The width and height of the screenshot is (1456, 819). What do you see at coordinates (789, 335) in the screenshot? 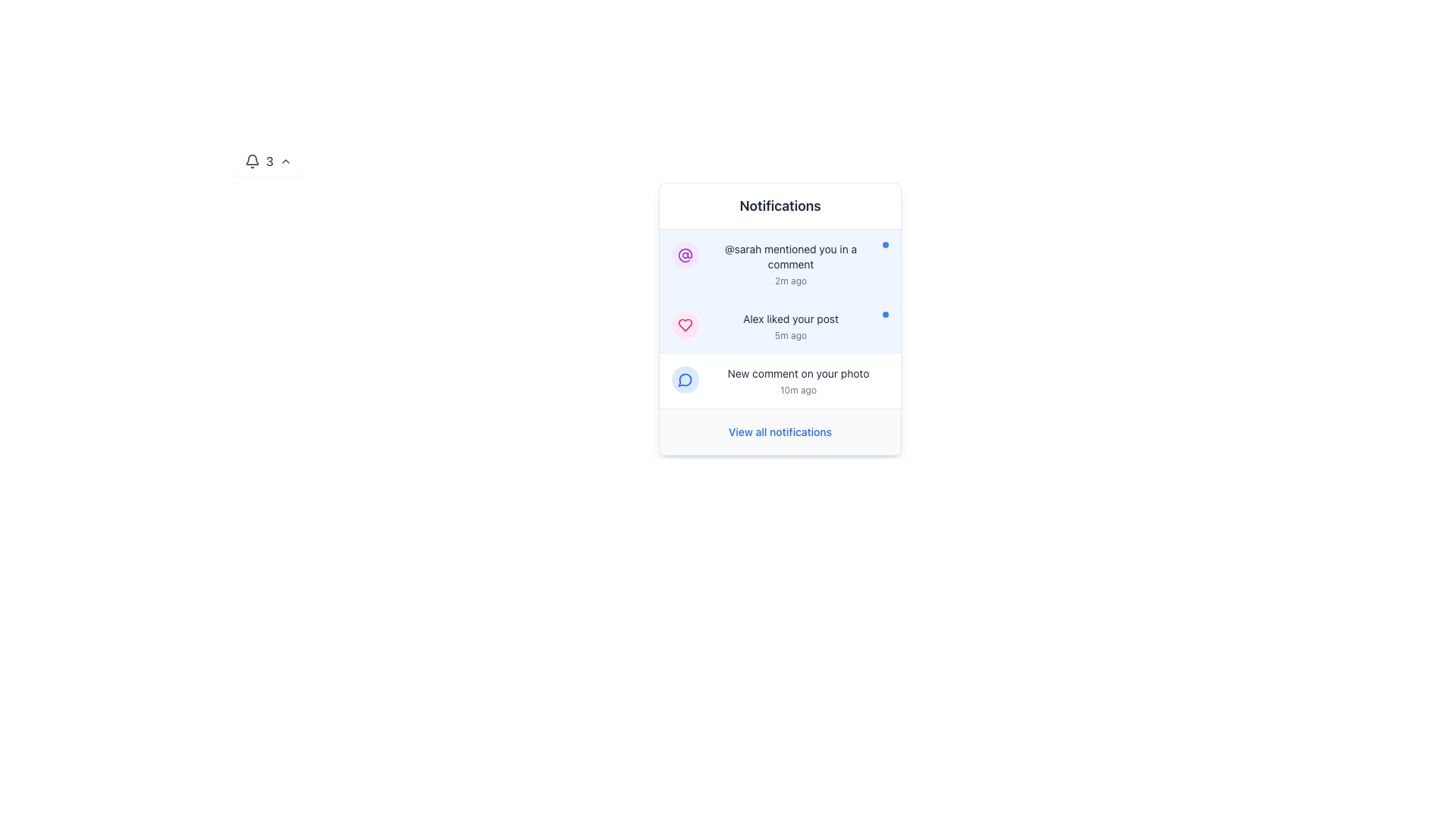
I see `the text label displaying '5m ago', which is styled in light gray and positioned beneath 'Alex liked your post' within the notification panel` at bounding box center [789, 335].